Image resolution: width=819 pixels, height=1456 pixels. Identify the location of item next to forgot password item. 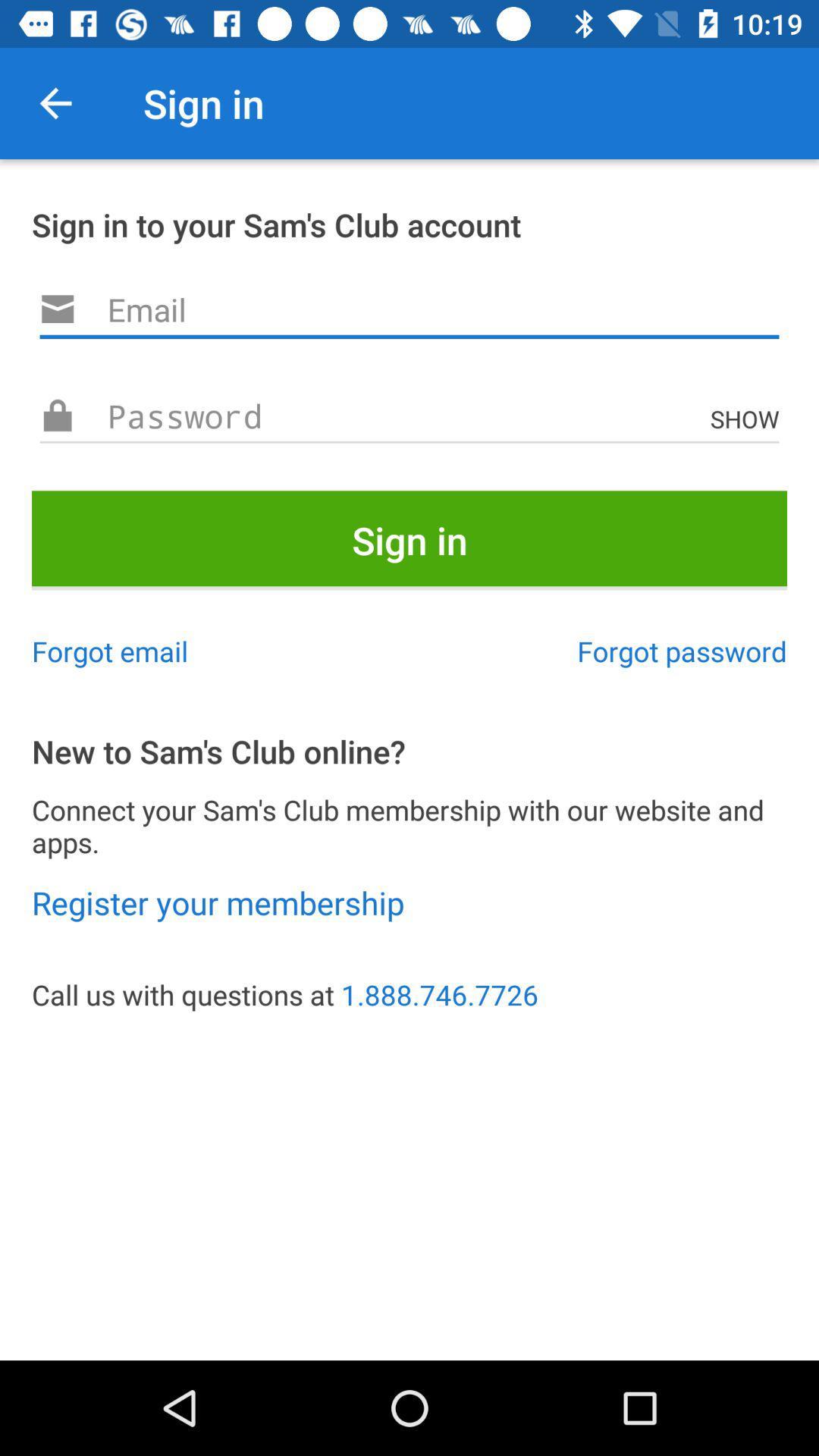
(109, 651).